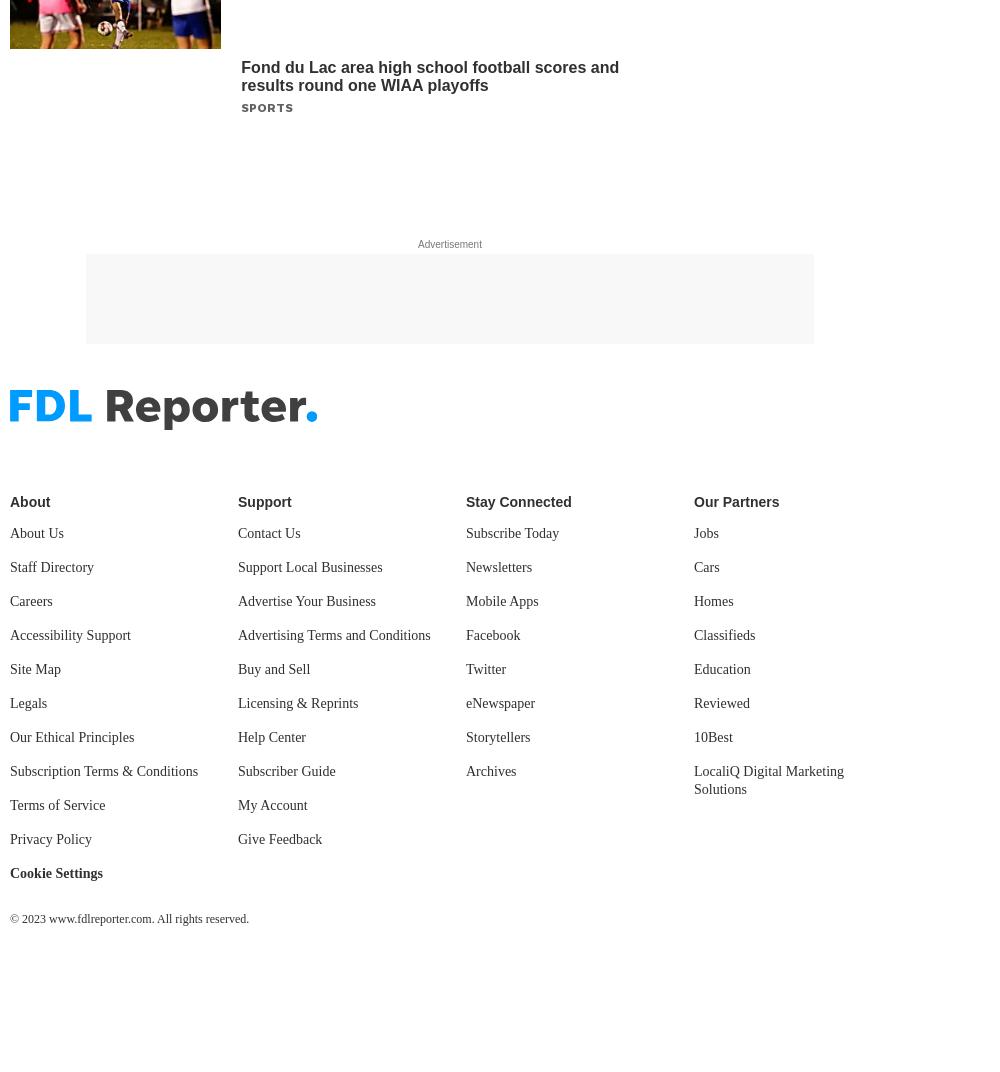  What do you see at coordinates (280, 838) in the screenshot?
I see `'Give Feedback'` at bounding box center [280, 838].